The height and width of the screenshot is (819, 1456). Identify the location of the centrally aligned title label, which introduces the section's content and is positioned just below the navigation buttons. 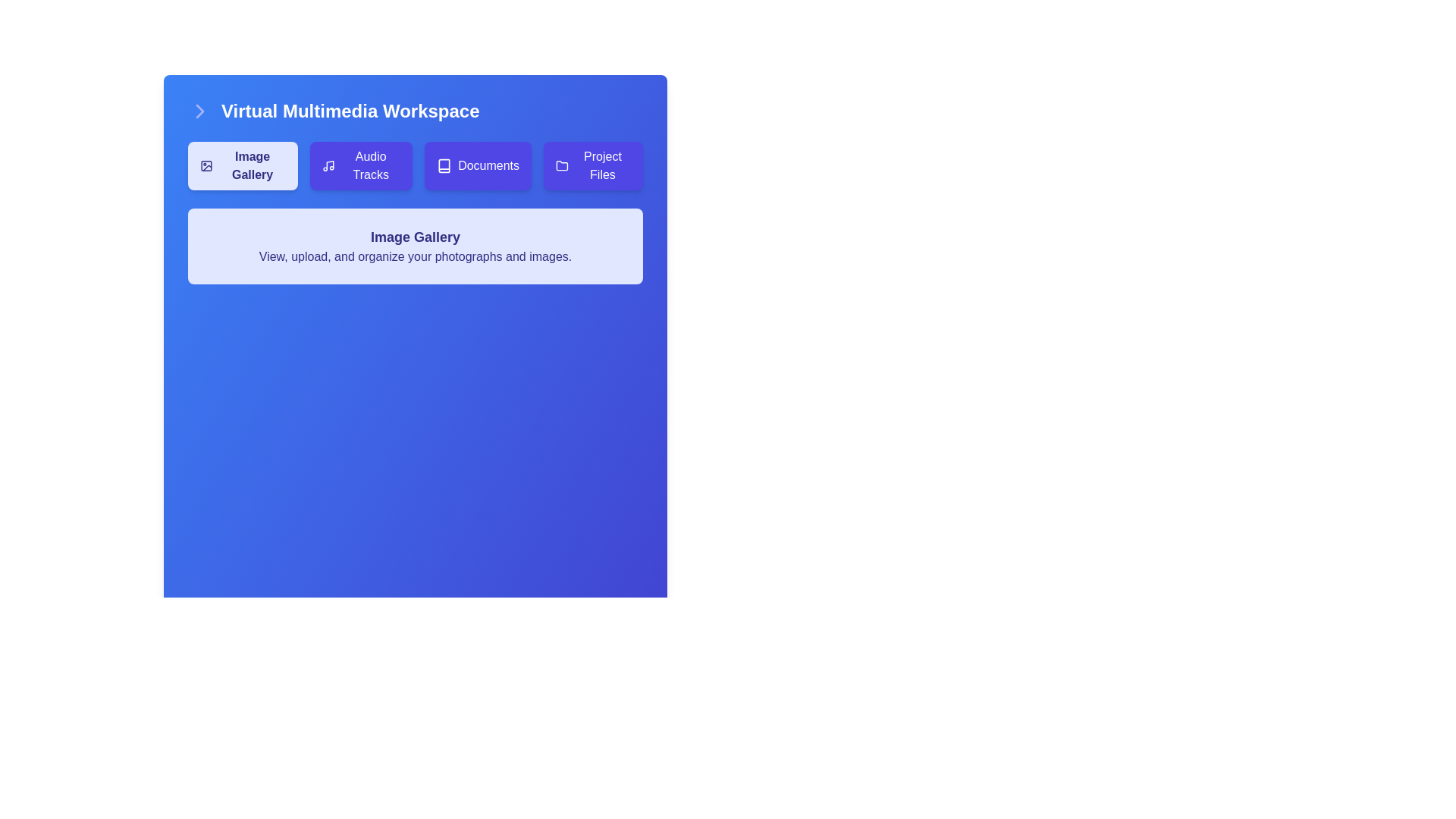
(415, 237).